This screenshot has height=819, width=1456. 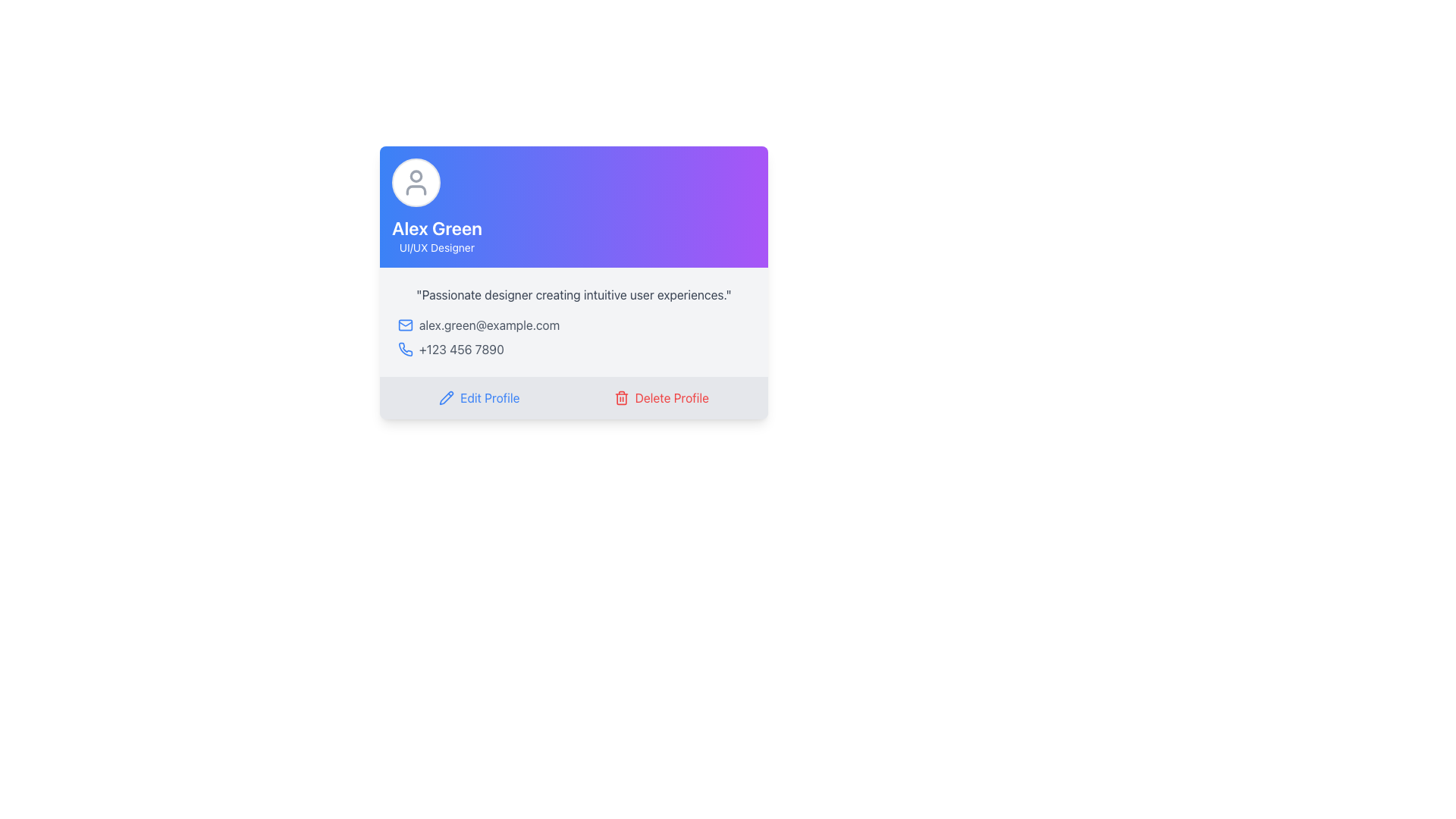 I want to click on the text display that reads 'Passionate designer creating intuitive user experiences.' located in the profile card beneath the user's name and role, so click(x=573, y=295).